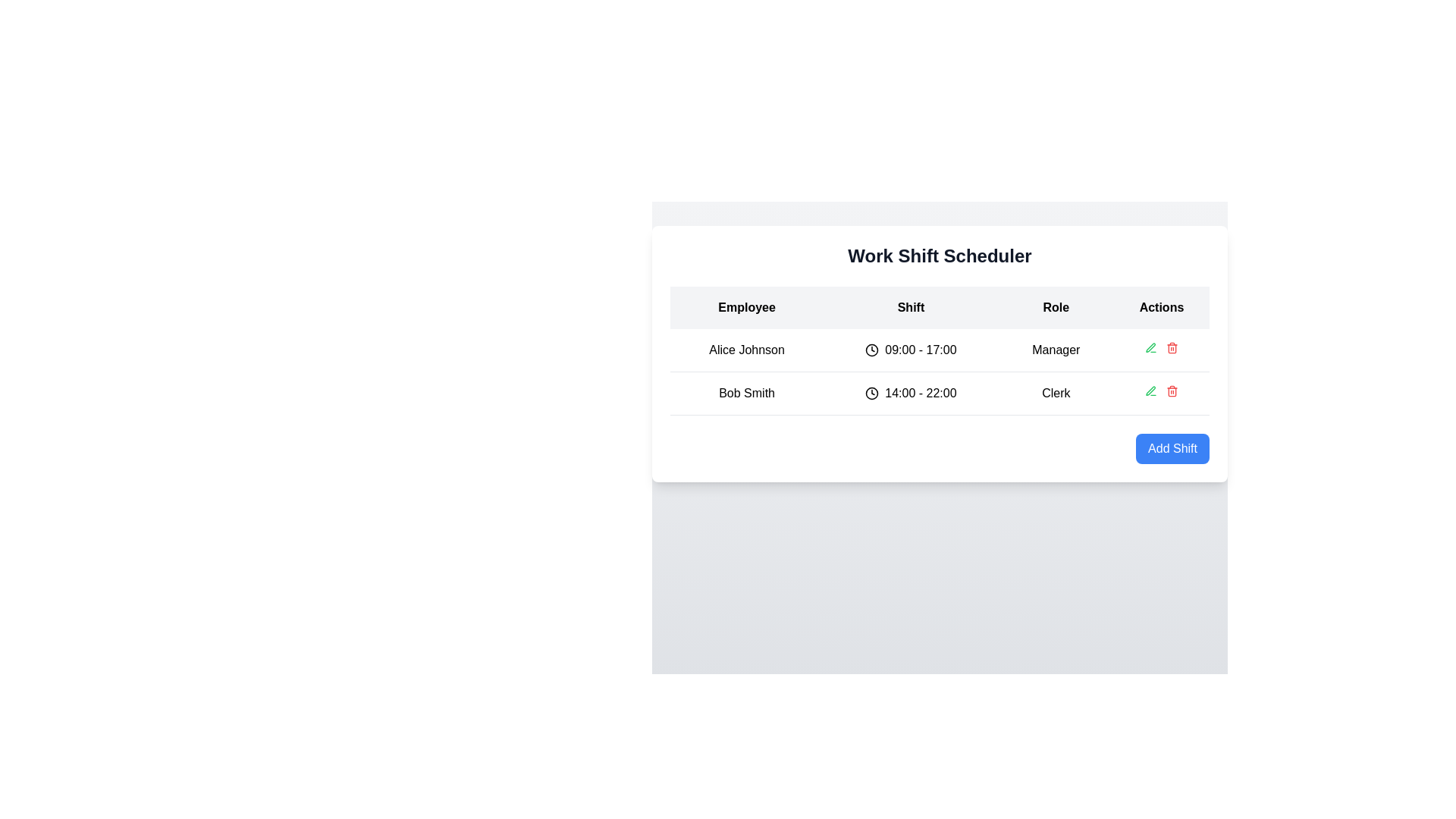 This screenshot has height=819, width=1456. What do you see at coordinates (1160, 307) in the screenshot?
I see `the text label 'Actions' which is styled in bold black font on a light gray background, located in the header row of a table` at bounding box center [1160, 307].